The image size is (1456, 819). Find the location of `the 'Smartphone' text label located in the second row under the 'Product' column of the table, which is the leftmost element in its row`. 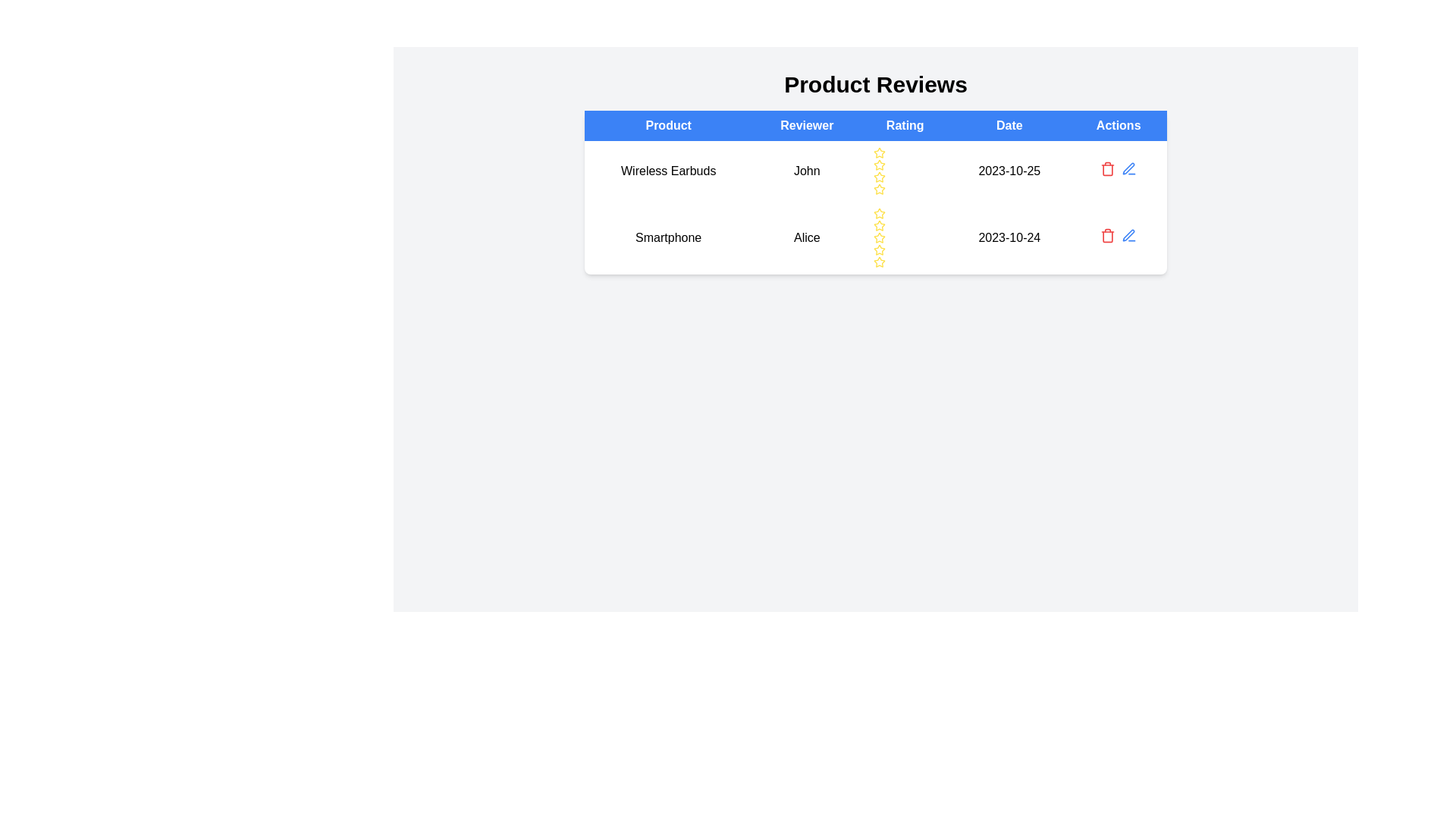

the 'Smartphone' text label located in the second row under the 'Product' column of the table, which is the leftmost element in its row is located at coordinates (667, 237).